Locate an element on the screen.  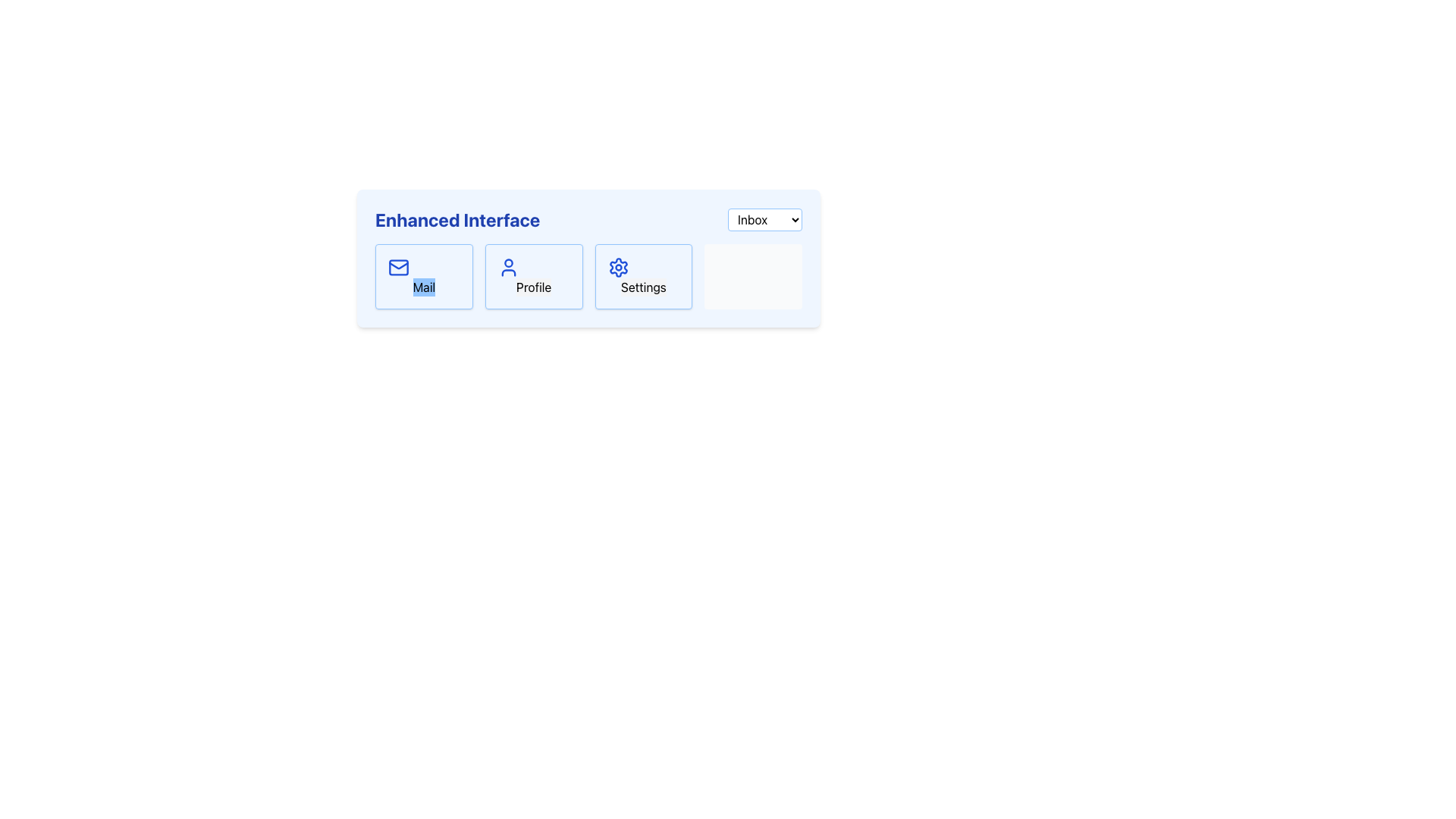
the mail icon, which is the first item in the rectangular button group labeled 'Mail', located to the left of the 'Profile' and 'Settings' buttons is located at coordinates (399, 267).